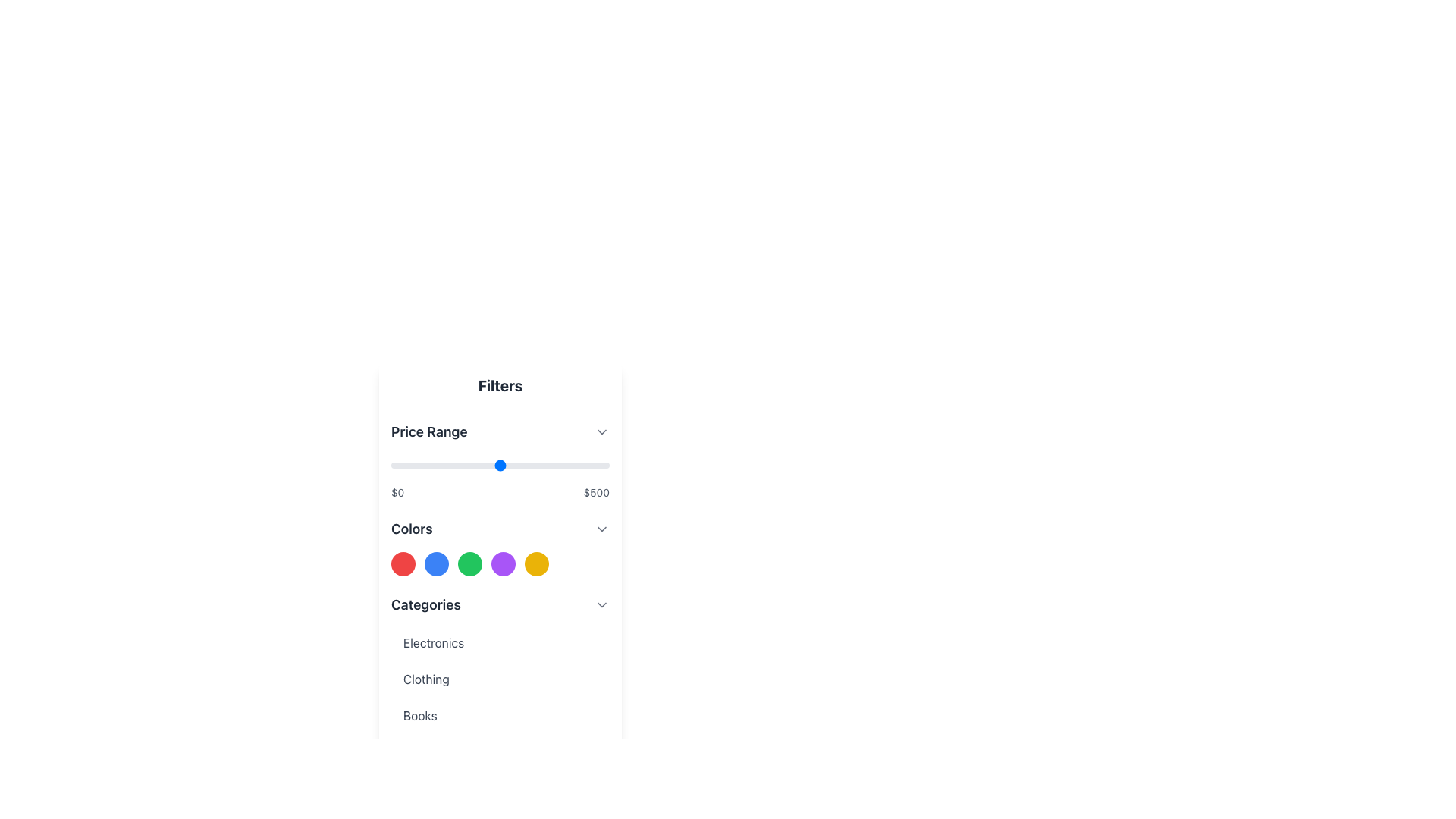  Describe the element at coordinates (518, 464) in the screenshot. I see `the slider` at that location.